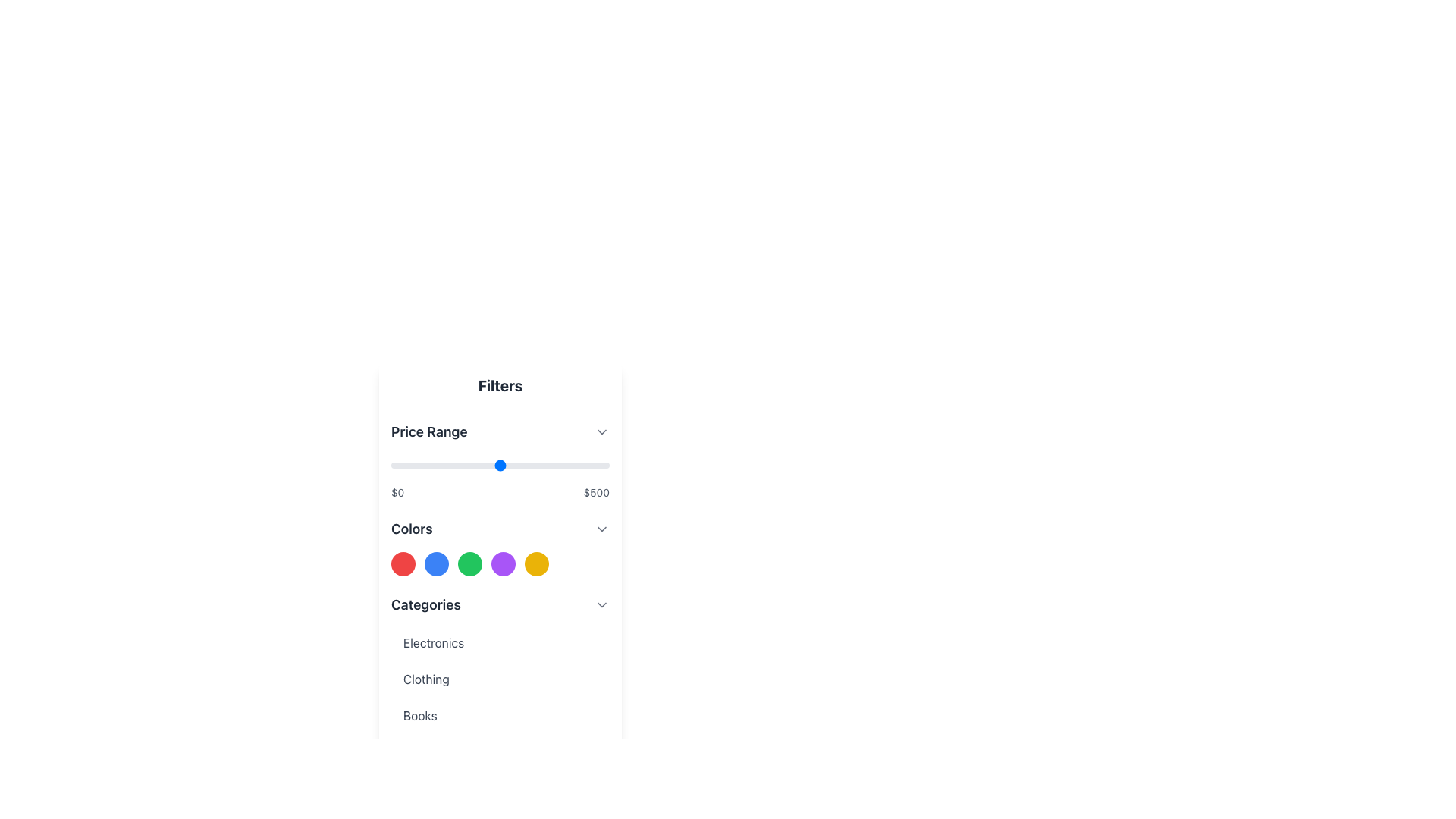  Describe the element at coordinates (518, 464) in the screenshot. I see `the slider` at that location.